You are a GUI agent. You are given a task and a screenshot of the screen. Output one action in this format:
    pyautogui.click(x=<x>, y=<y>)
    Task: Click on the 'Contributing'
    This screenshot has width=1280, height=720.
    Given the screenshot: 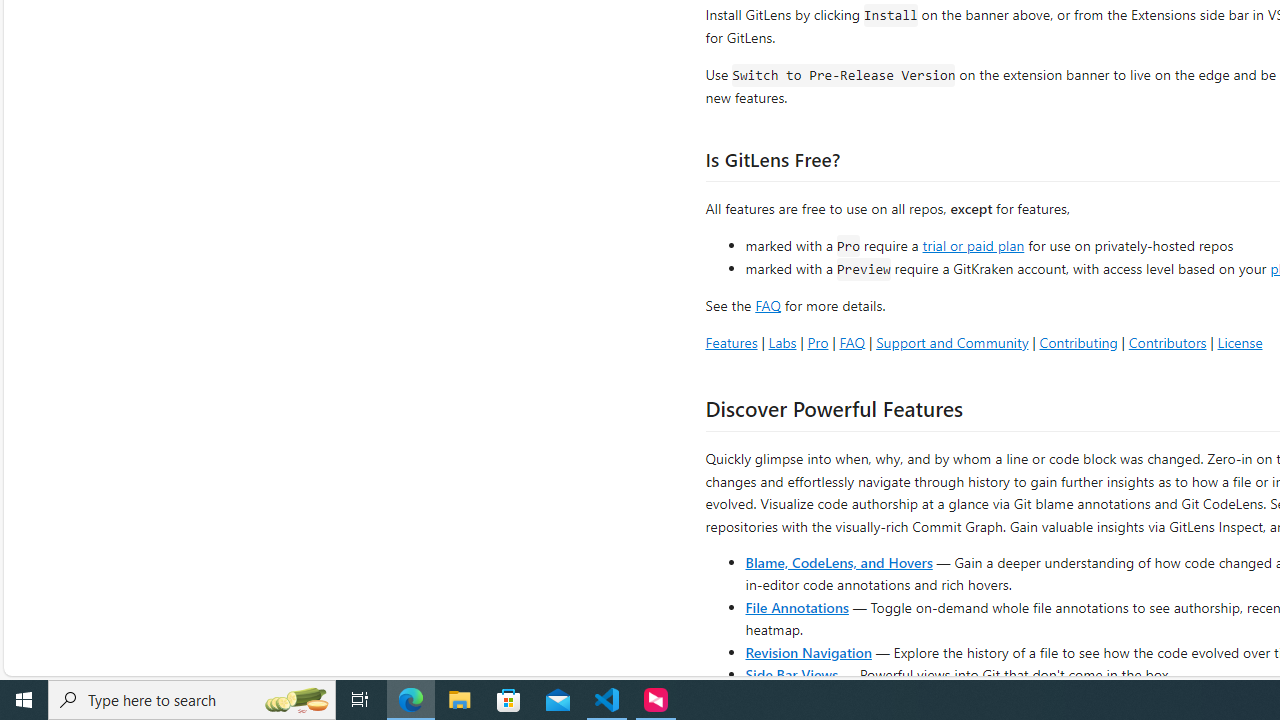 What is the action you would take?
    pyautogui.click(x=1077, y=341)
    